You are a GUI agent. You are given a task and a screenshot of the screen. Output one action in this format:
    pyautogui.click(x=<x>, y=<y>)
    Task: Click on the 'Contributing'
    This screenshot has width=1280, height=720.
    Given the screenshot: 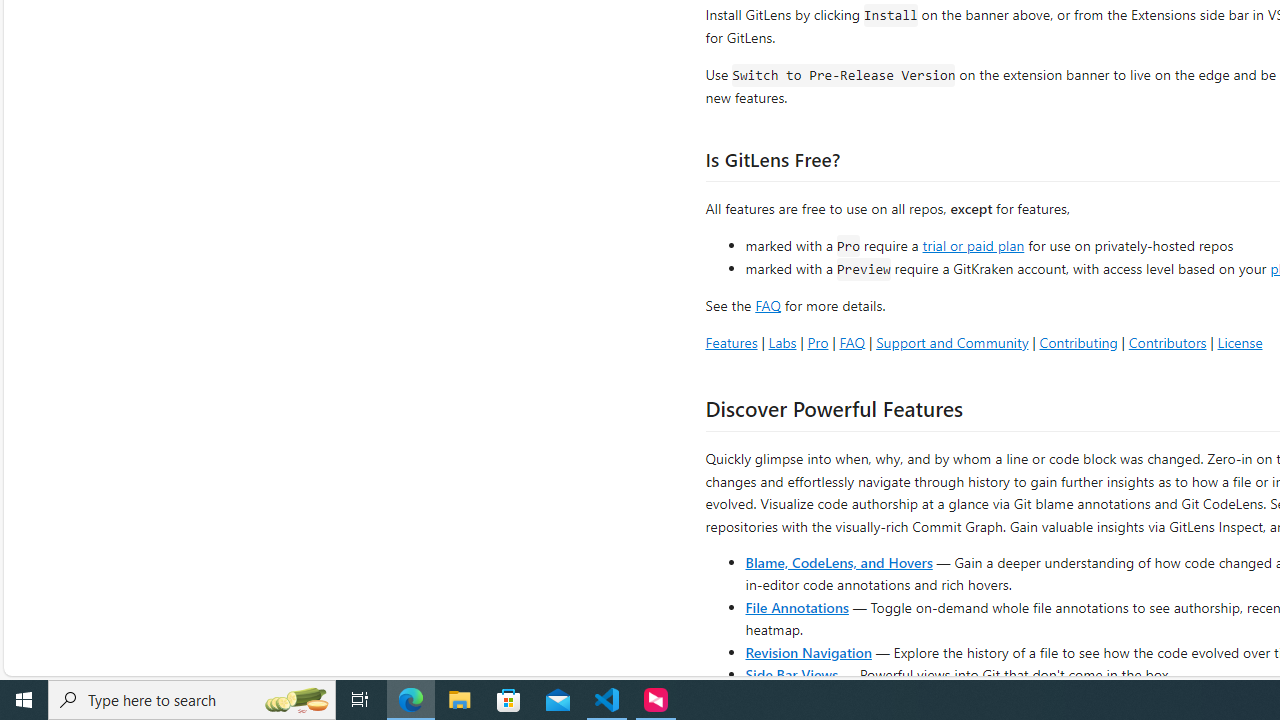 What is the action you would take?
    pyautogui.click(x=1077, y=341)
    